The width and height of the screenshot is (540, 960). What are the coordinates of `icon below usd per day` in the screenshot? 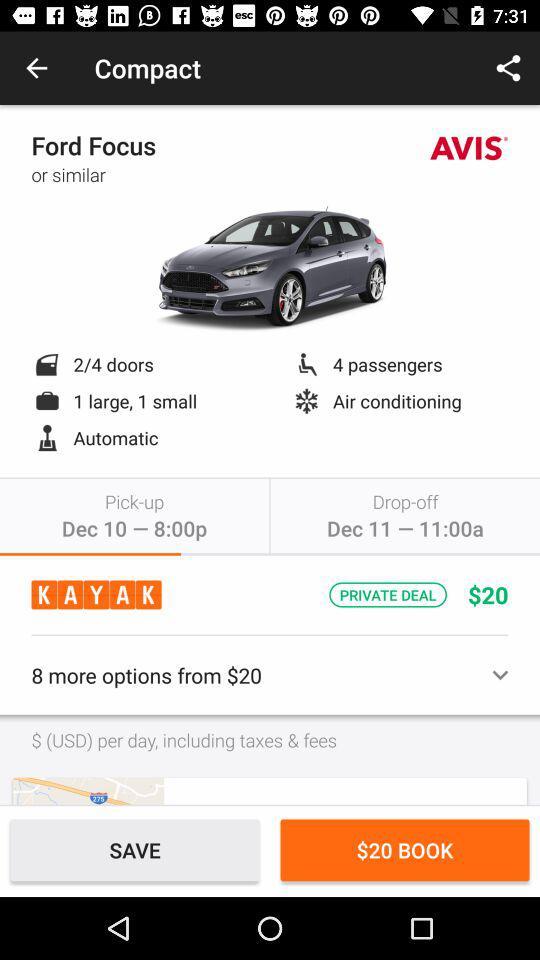 It's located at (87, 791).